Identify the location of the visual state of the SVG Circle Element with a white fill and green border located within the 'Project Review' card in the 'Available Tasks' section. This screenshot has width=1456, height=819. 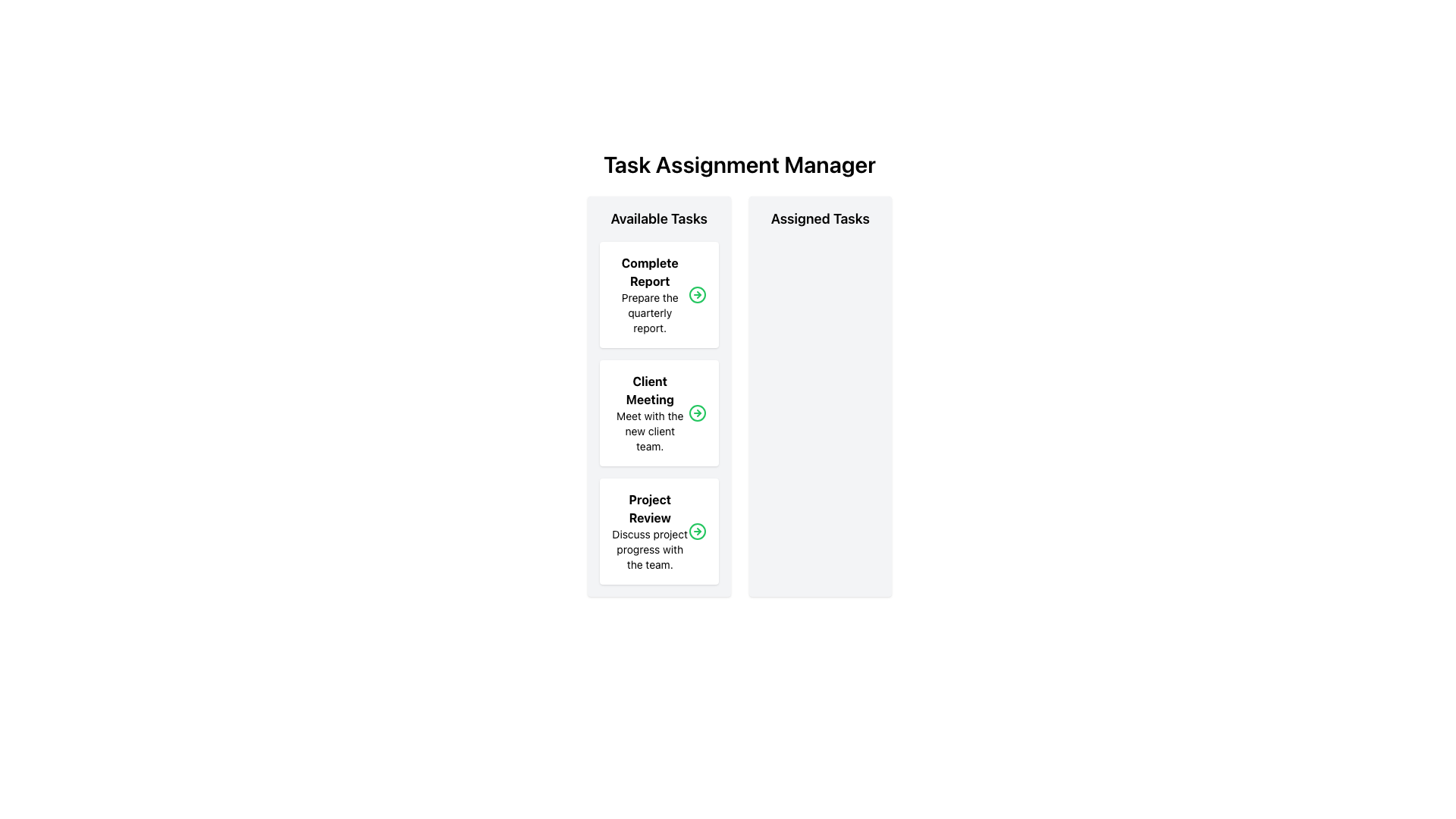
(696, 531).